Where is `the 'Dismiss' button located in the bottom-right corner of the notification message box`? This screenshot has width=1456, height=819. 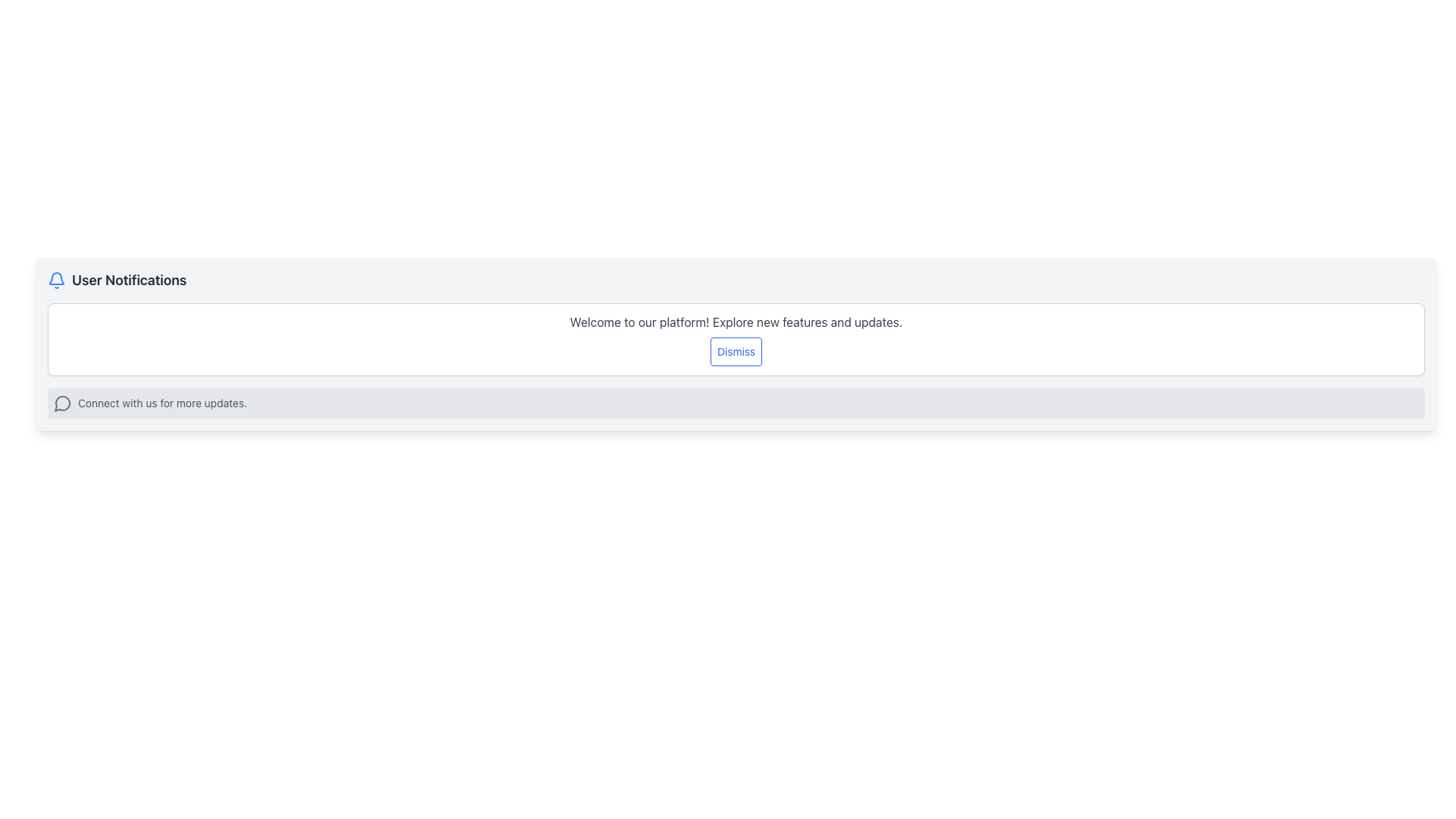
the 'Dismiss' button located in the bottom-right corner of the notification message box is located at coordinates (736, 351).